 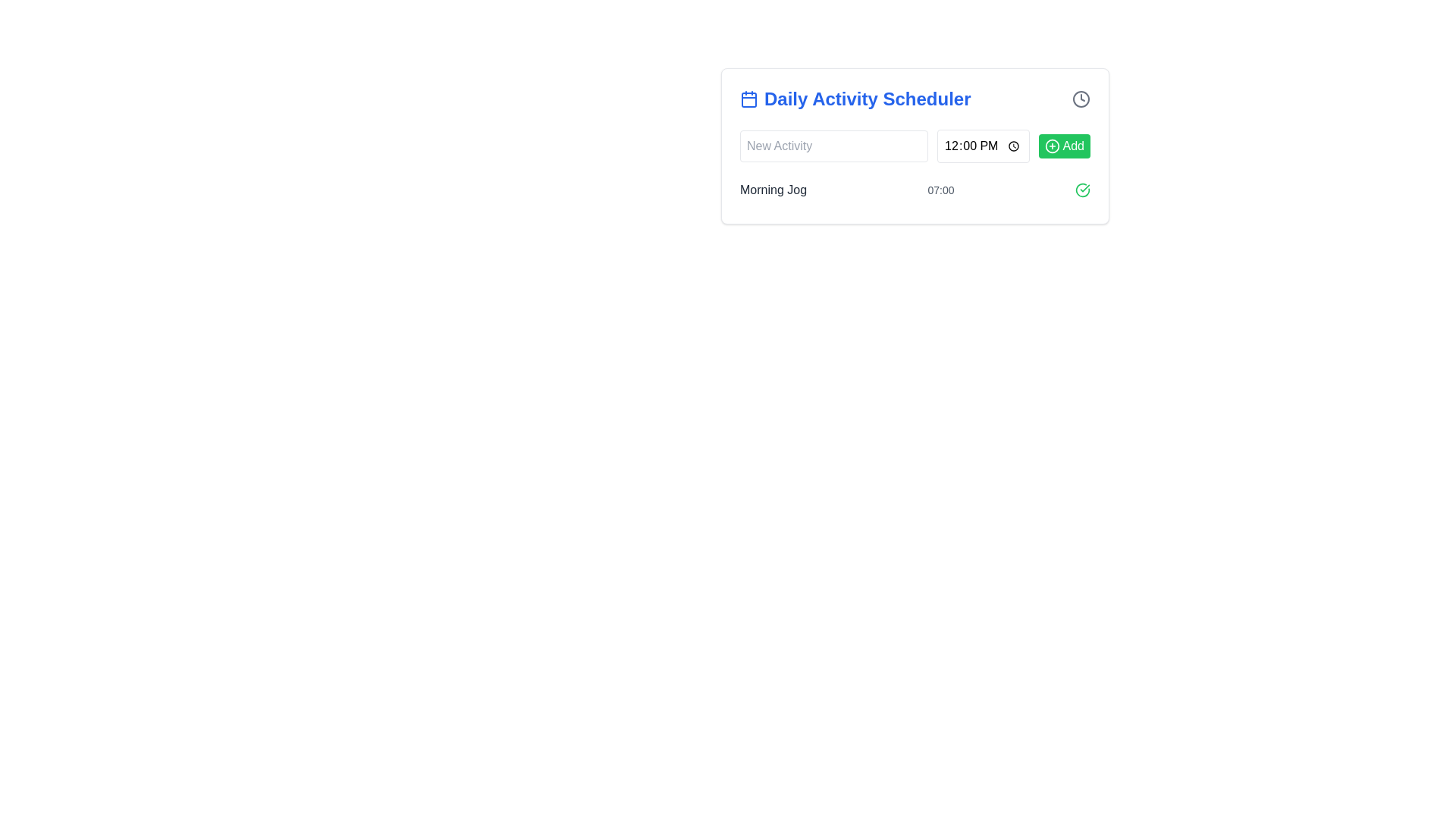 What do you see at coordinates (749, 99) in the screenshot?
I see `the blue-colored calendar icon with rounded corners located at the leftmost side of the header section labeled 'Daily Activity Scheduler'` at bounding box center [749, 99].